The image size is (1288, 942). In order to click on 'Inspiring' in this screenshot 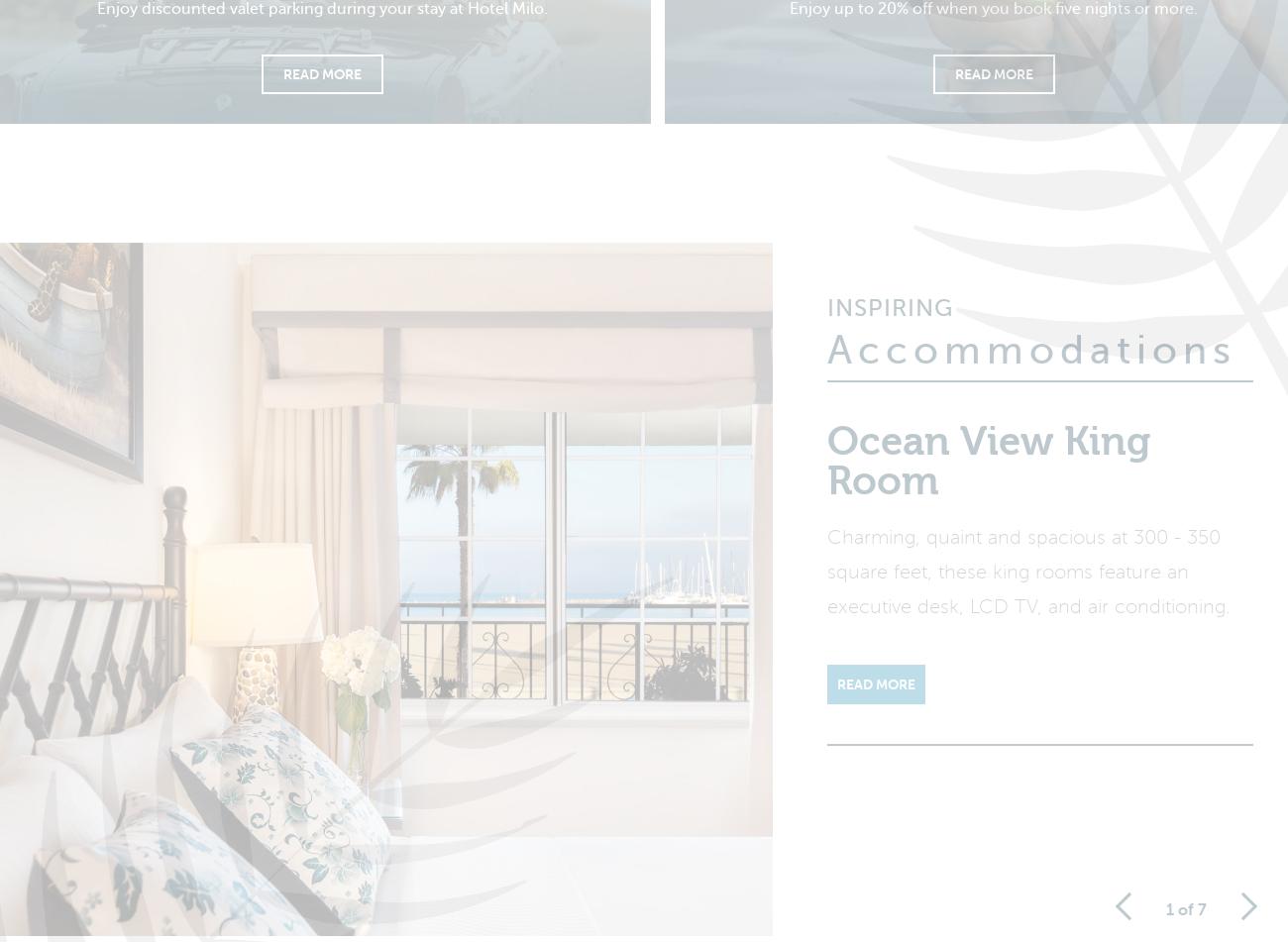, I will do `click(889, 321)`.